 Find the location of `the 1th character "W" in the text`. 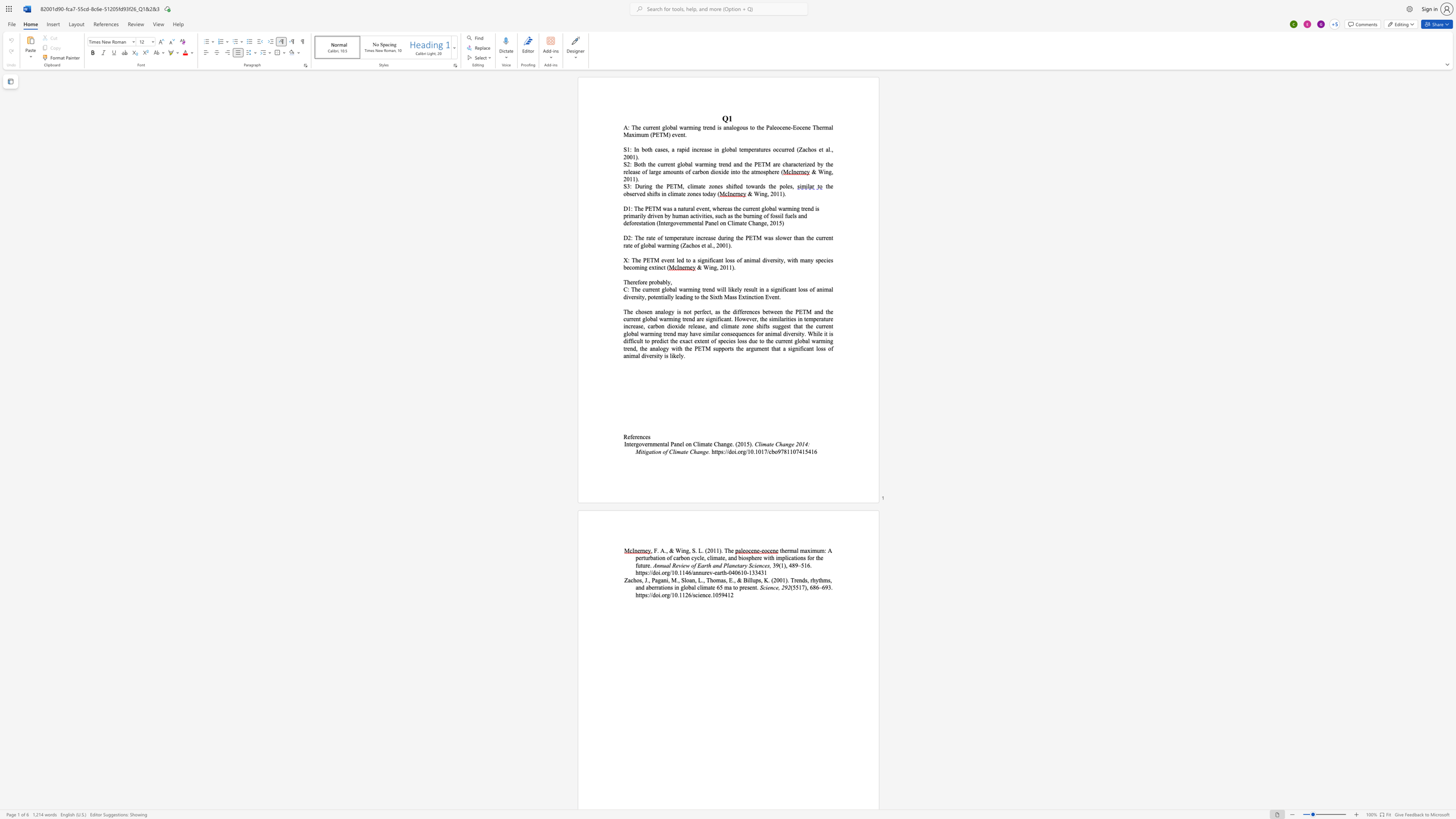

the 1th character "W" in the text is located at coordinates (705, 267).